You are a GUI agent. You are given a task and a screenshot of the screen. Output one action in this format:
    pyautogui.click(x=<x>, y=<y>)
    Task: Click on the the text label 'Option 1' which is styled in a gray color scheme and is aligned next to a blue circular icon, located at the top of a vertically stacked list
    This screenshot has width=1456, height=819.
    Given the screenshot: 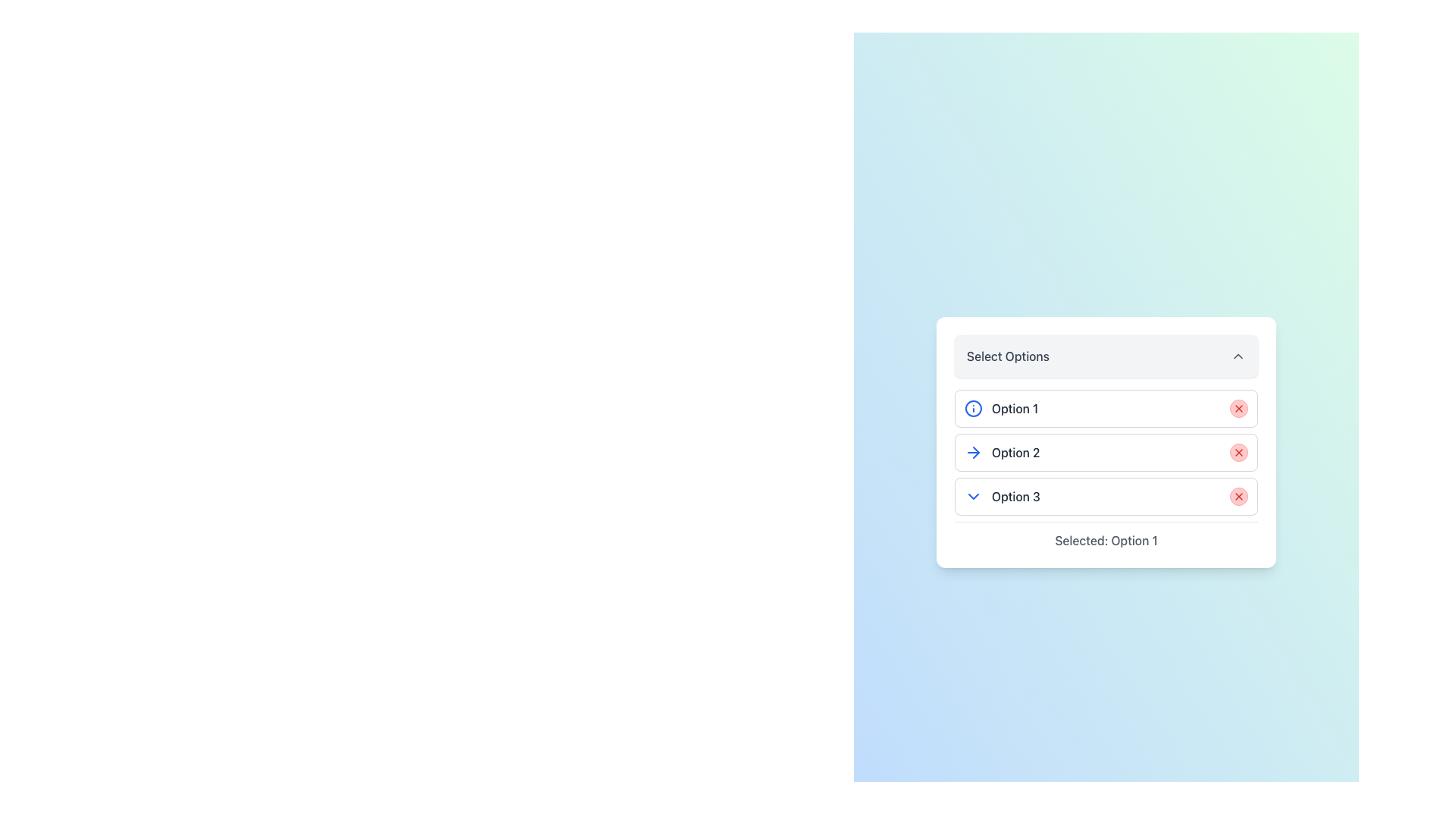 What is the action you would take?
    pyautogui.click(x=1001, y=407)
    